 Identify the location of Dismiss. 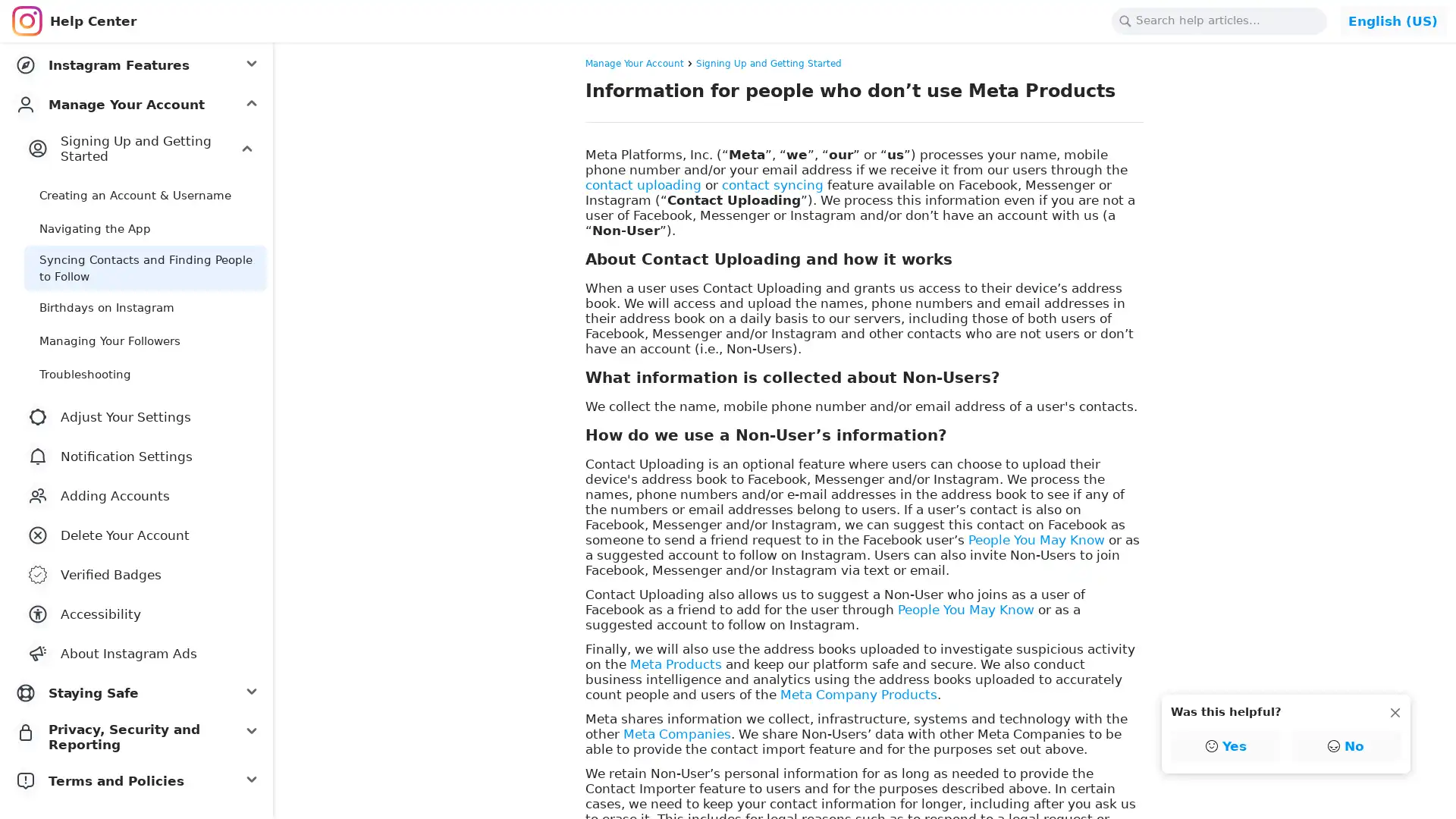
(1395, 713).